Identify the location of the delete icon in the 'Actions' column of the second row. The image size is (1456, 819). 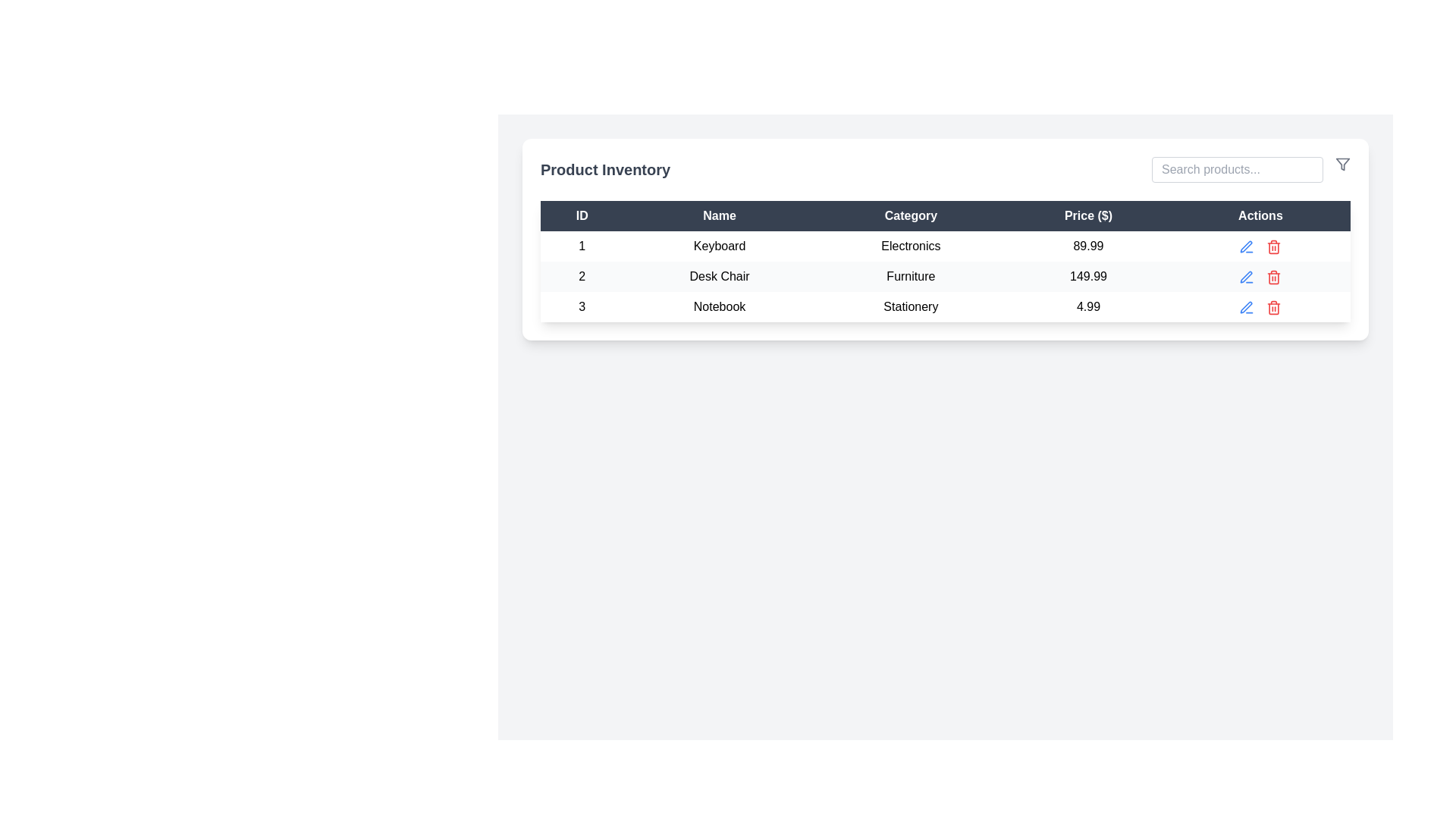
(1274, 277).